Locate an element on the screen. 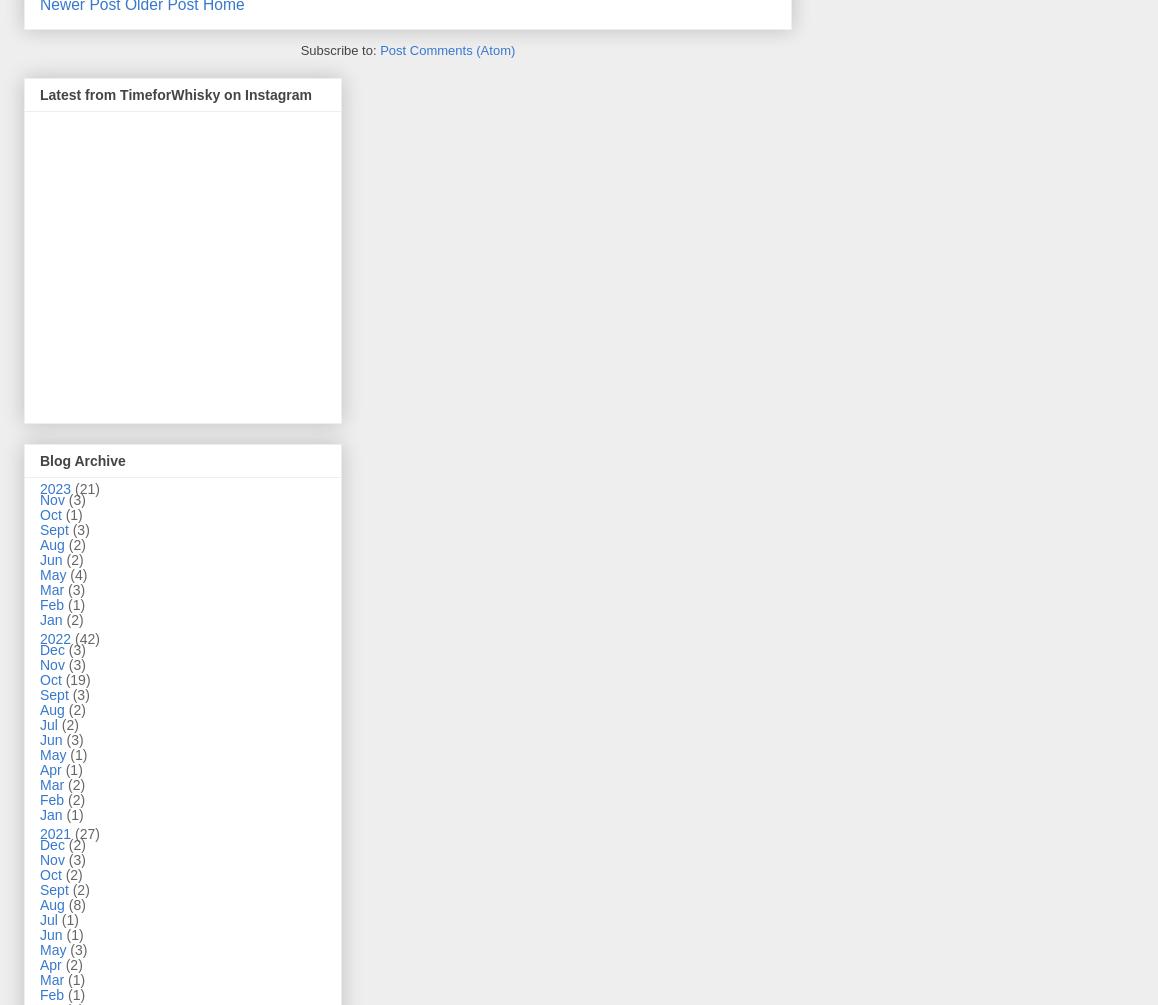  'Latest from TimeforWhisky on Instagram' is located at coordinates (176, 93).